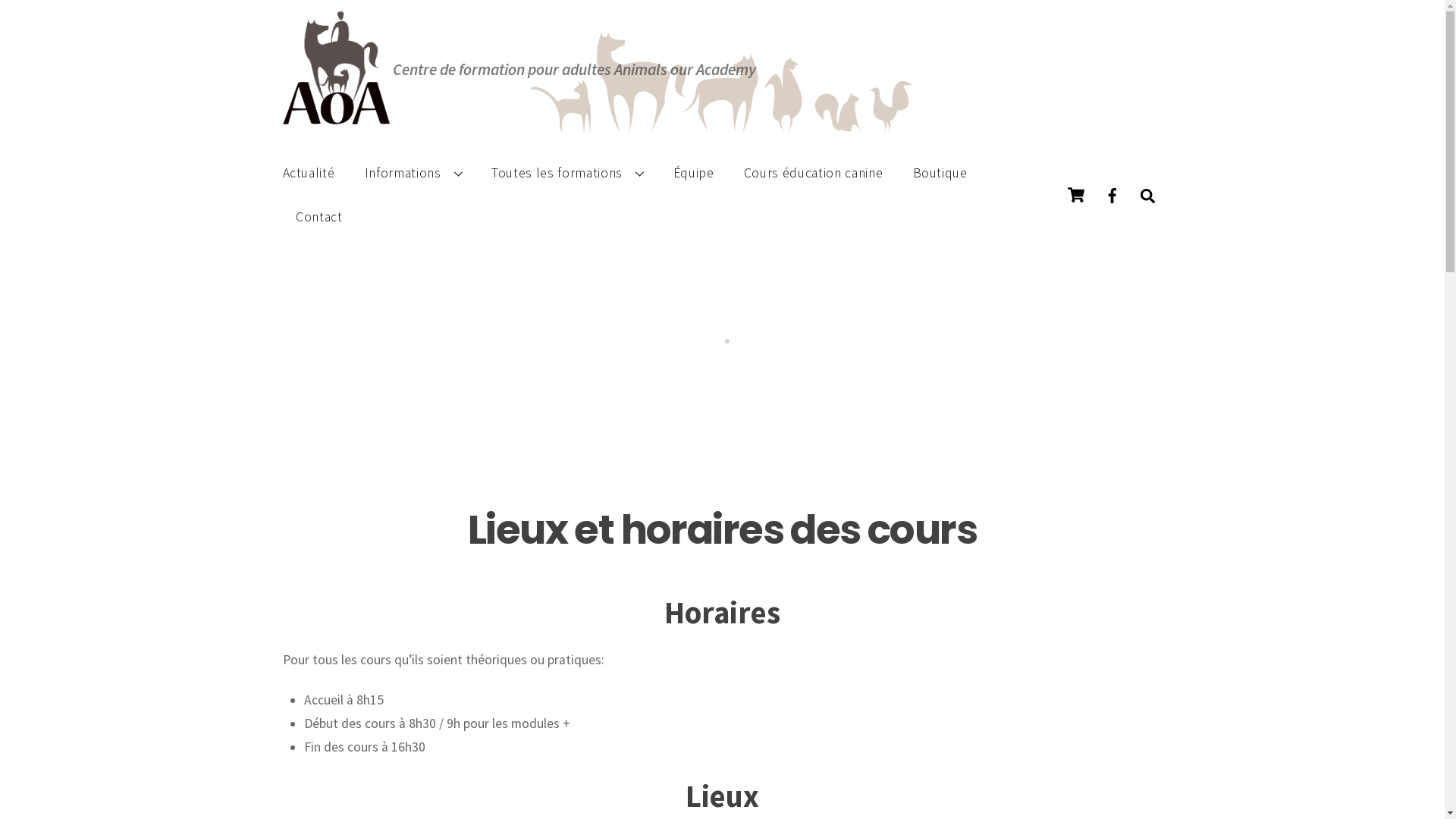 The image size is (1456, 819). What do you see at coordinates (318, 217) in the screenshot?
I see `'Contact'` at bounding box center [318, 217].